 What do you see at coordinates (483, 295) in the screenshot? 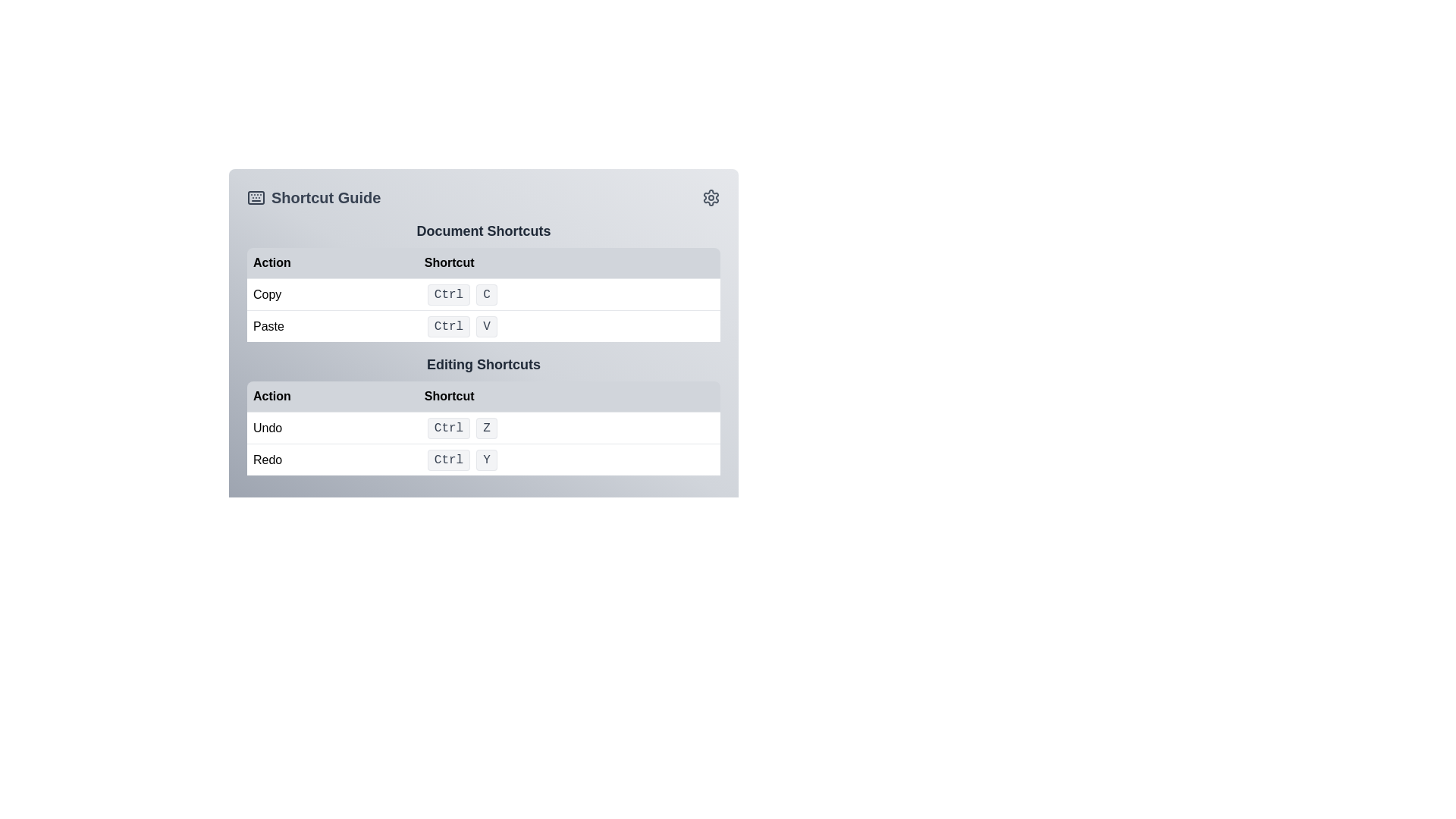
I see `the 'Document Shortcuts' table that displays keyboard shortcuts for 'Copy' and 'Paste' actions using the keyboard` at bounding box center [483, 295].